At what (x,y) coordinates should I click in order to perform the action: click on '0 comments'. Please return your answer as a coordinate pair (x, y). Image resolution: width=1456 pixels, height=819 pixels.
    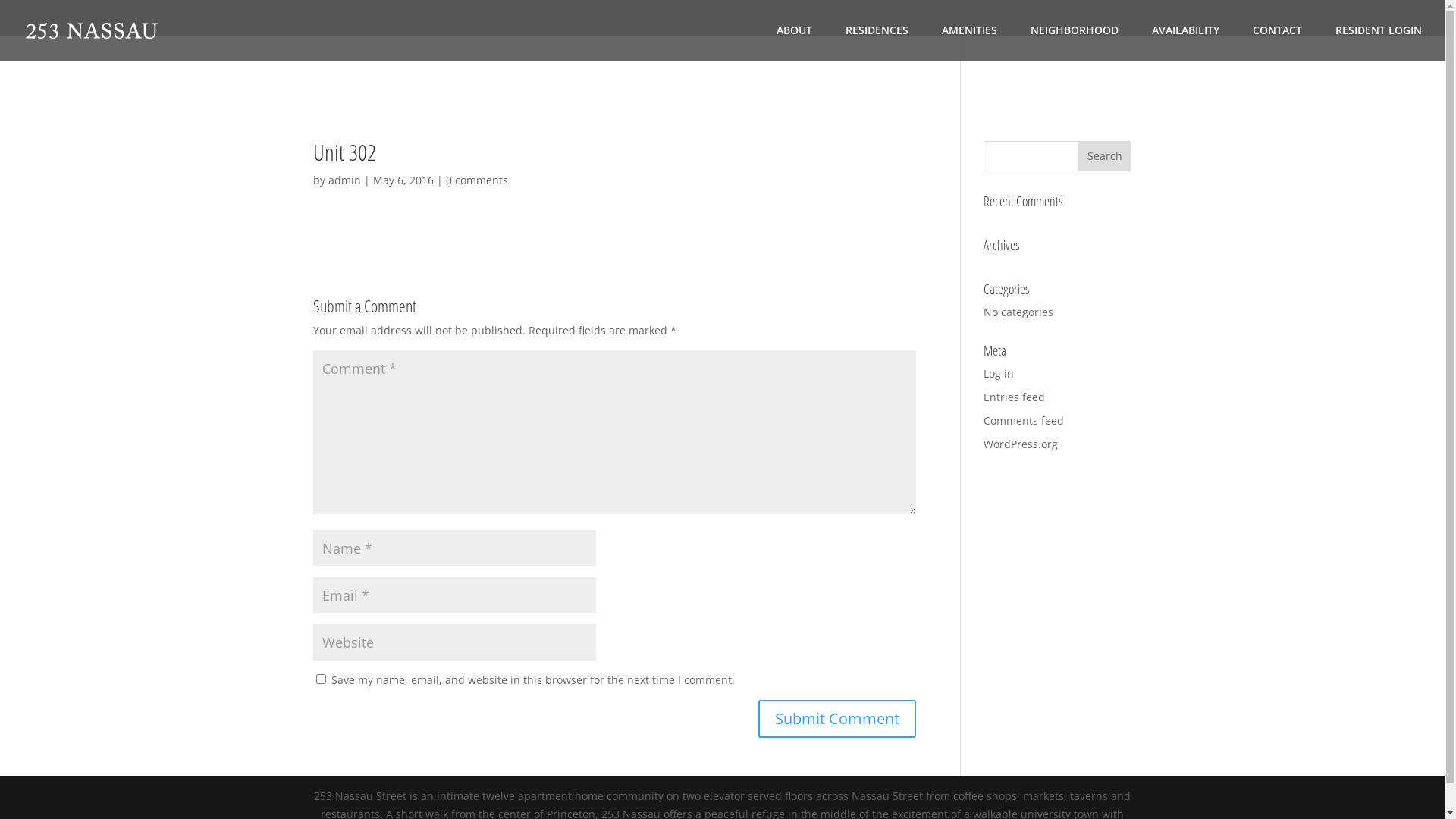
    Looking at the image, I should click on (475, 179).